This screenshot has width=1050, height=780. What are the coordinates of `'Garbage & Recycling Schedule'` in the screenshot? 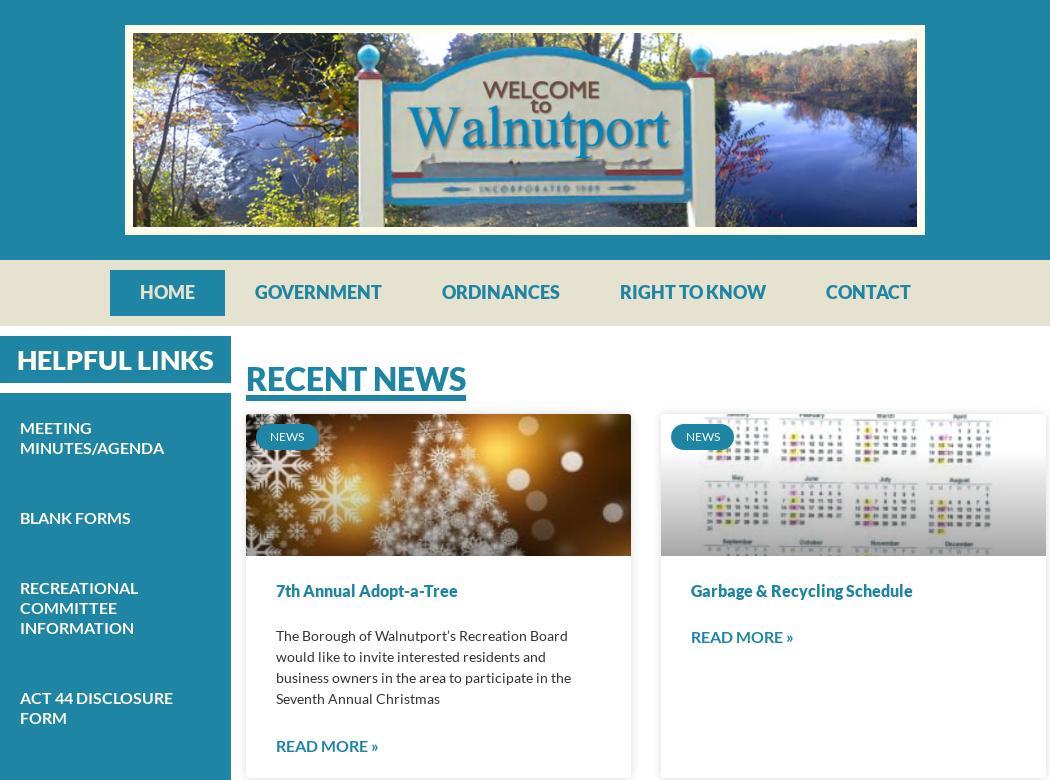 It's located at (691, 590).